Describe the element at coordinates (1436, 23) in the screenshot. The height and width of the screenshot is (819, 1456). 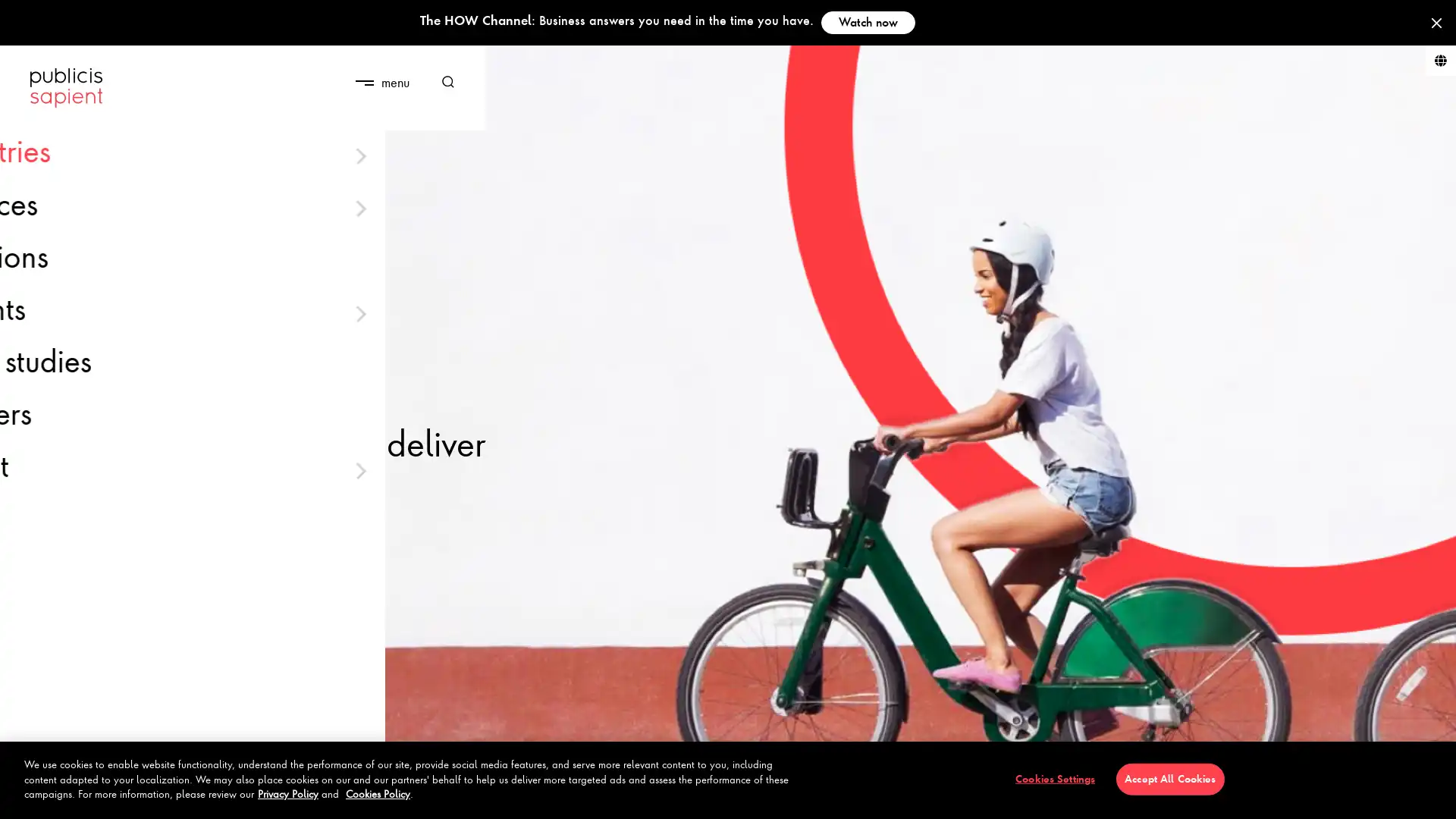
I see `Close notification` at that location.